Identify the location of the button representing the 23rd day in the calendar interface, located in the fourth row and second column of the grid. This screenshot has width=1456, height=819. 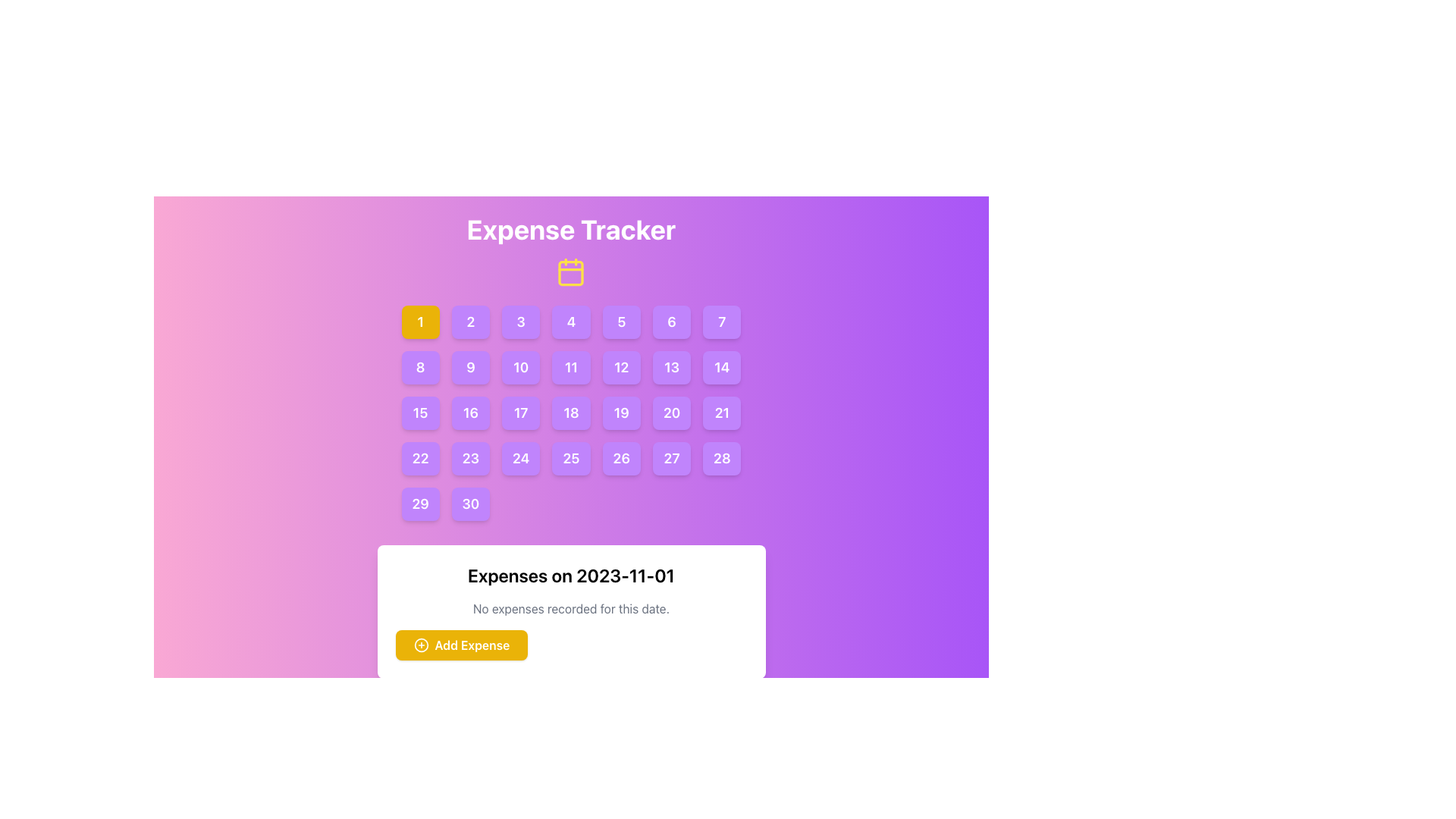
(469, 458).